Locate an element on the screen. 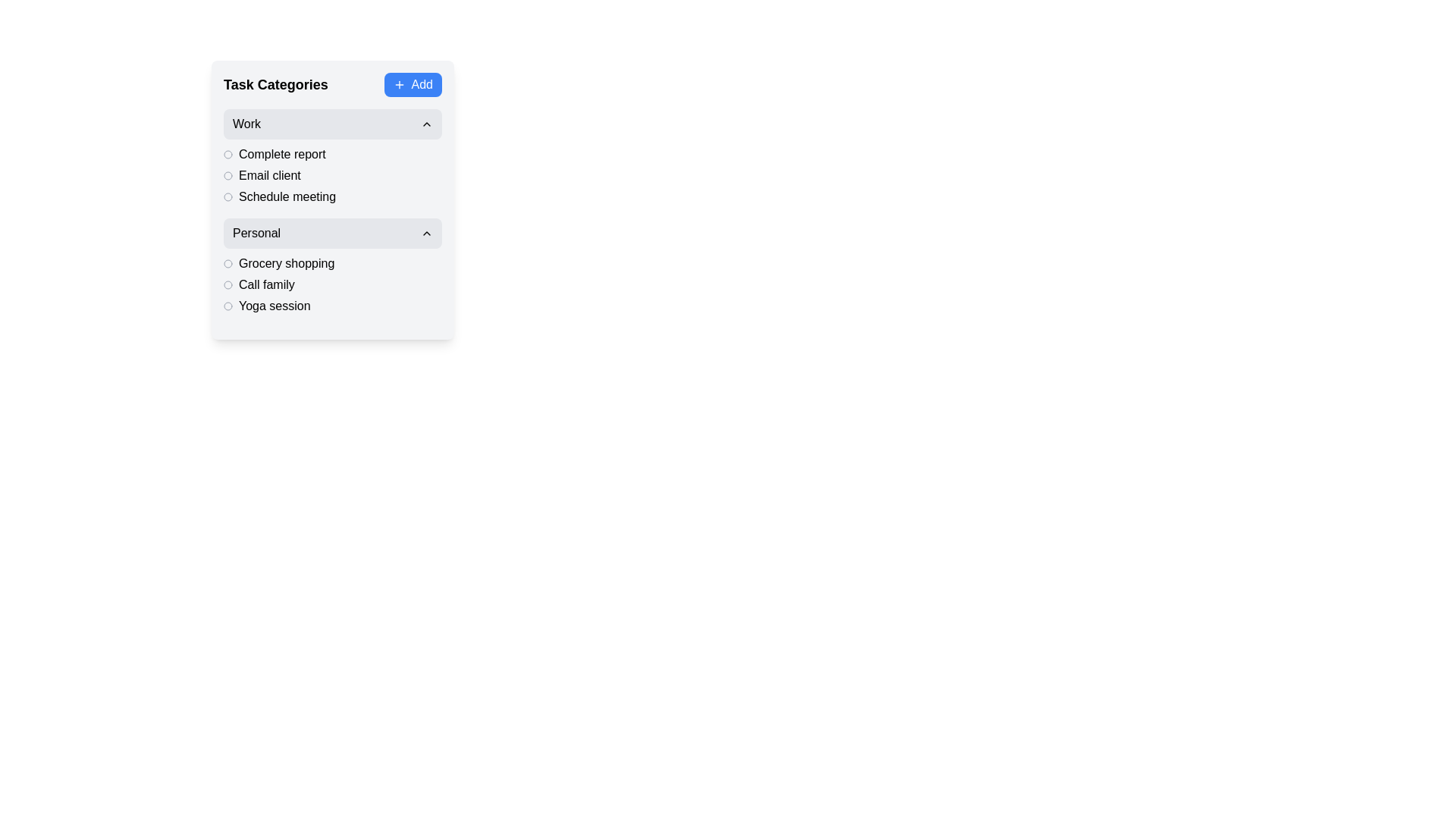 The width and height of the screenshot is (1456, 819). the visual indicator represented by the Circle SVG graphic element associated with the 'Email client' task in the 'Task Categories' section of the task management interface is located at coordinates (227, 174).